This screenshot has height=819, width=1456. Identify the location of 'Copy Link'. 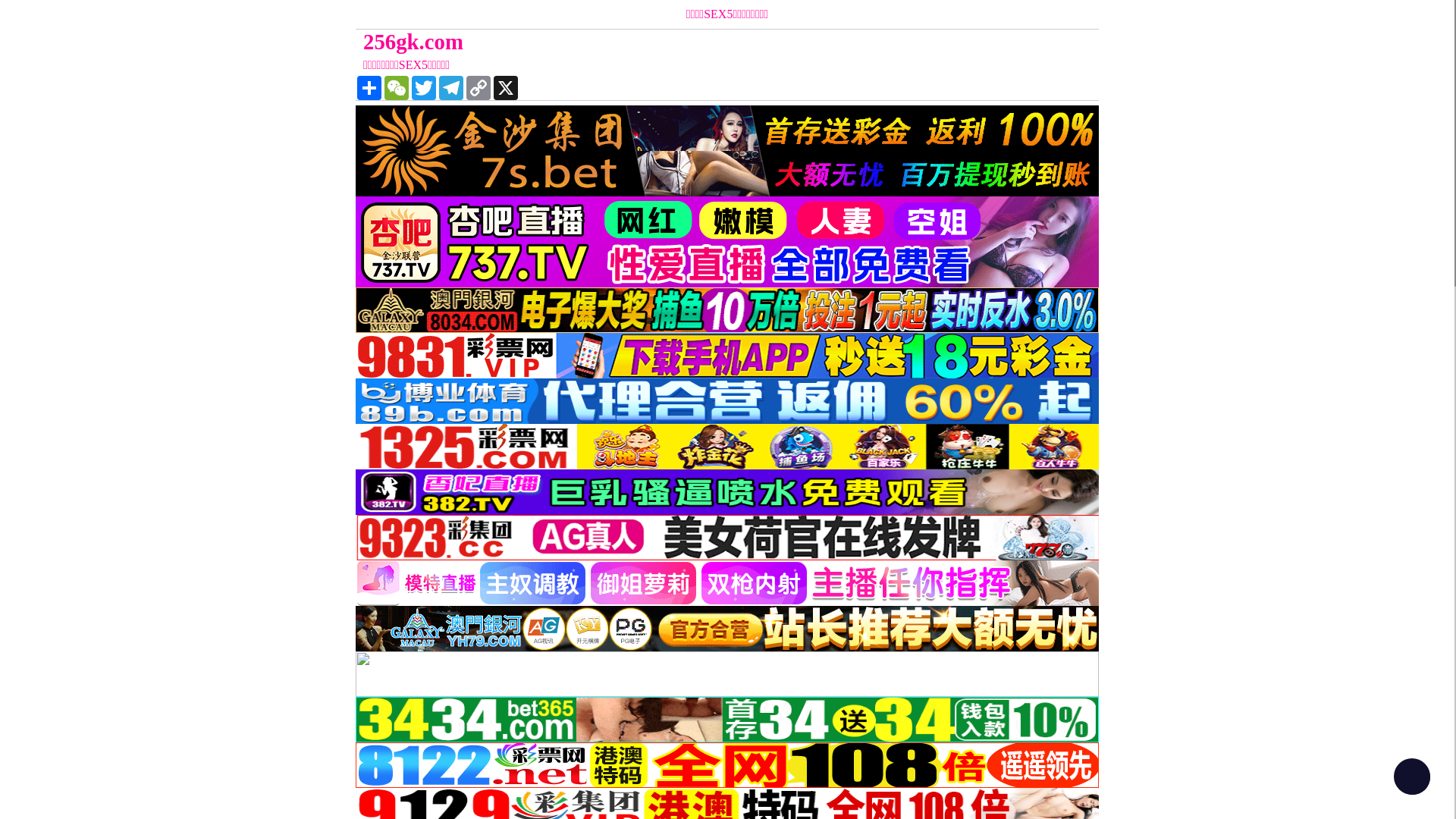
(477, 87).